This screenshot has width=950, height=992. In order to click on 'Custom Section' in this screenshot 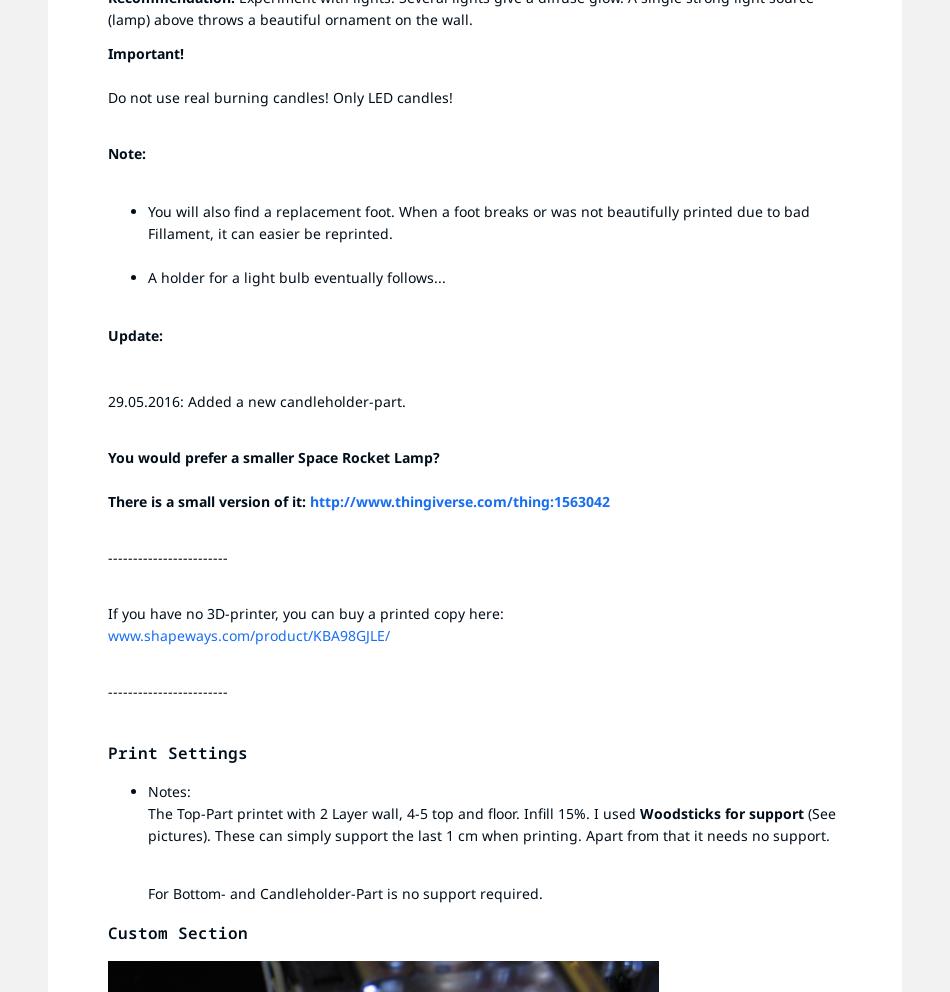, I will do `click(178, 931)`.